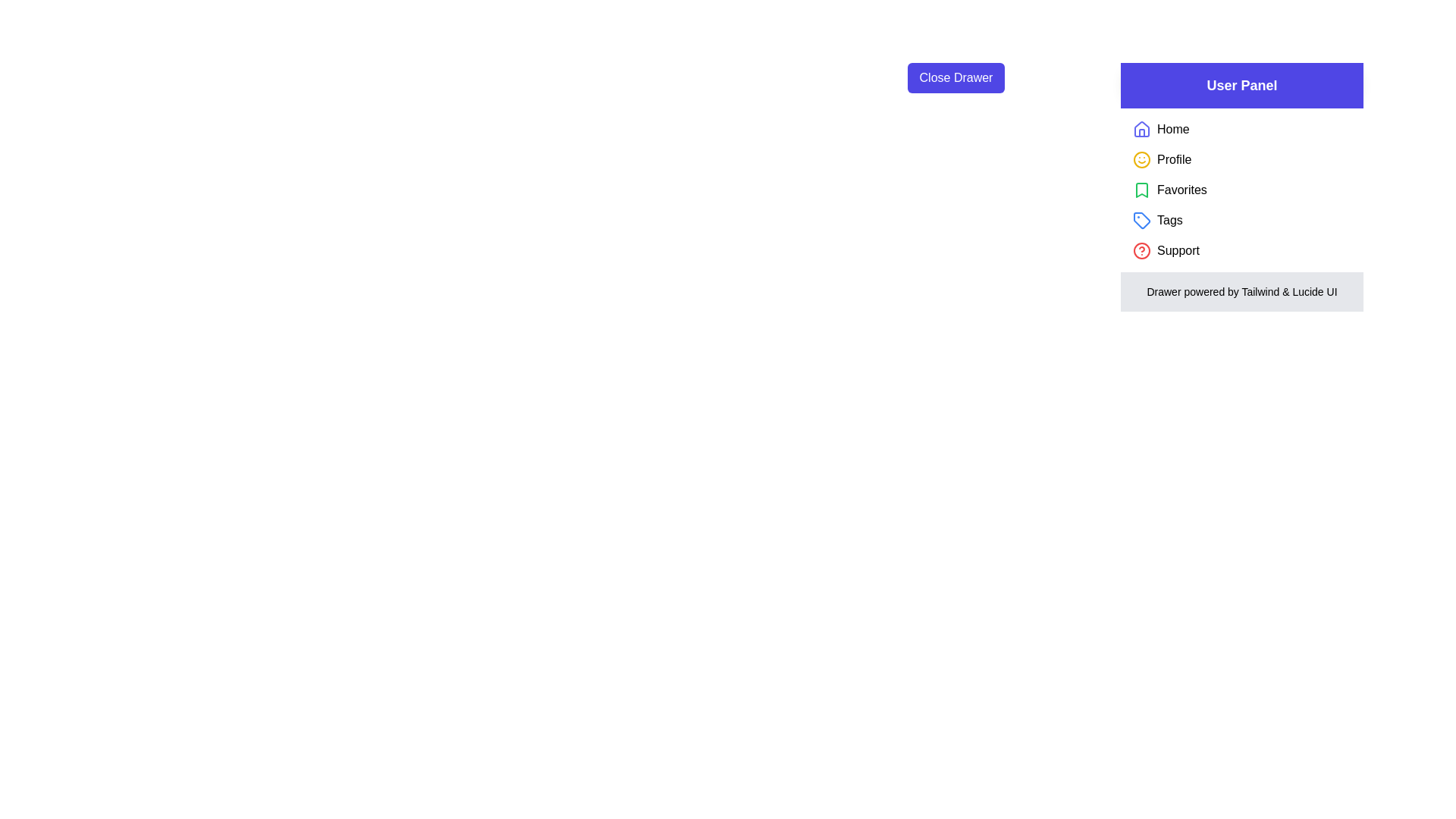  I want to click on the menu item Tags in the drawer, so click(1169, 220).